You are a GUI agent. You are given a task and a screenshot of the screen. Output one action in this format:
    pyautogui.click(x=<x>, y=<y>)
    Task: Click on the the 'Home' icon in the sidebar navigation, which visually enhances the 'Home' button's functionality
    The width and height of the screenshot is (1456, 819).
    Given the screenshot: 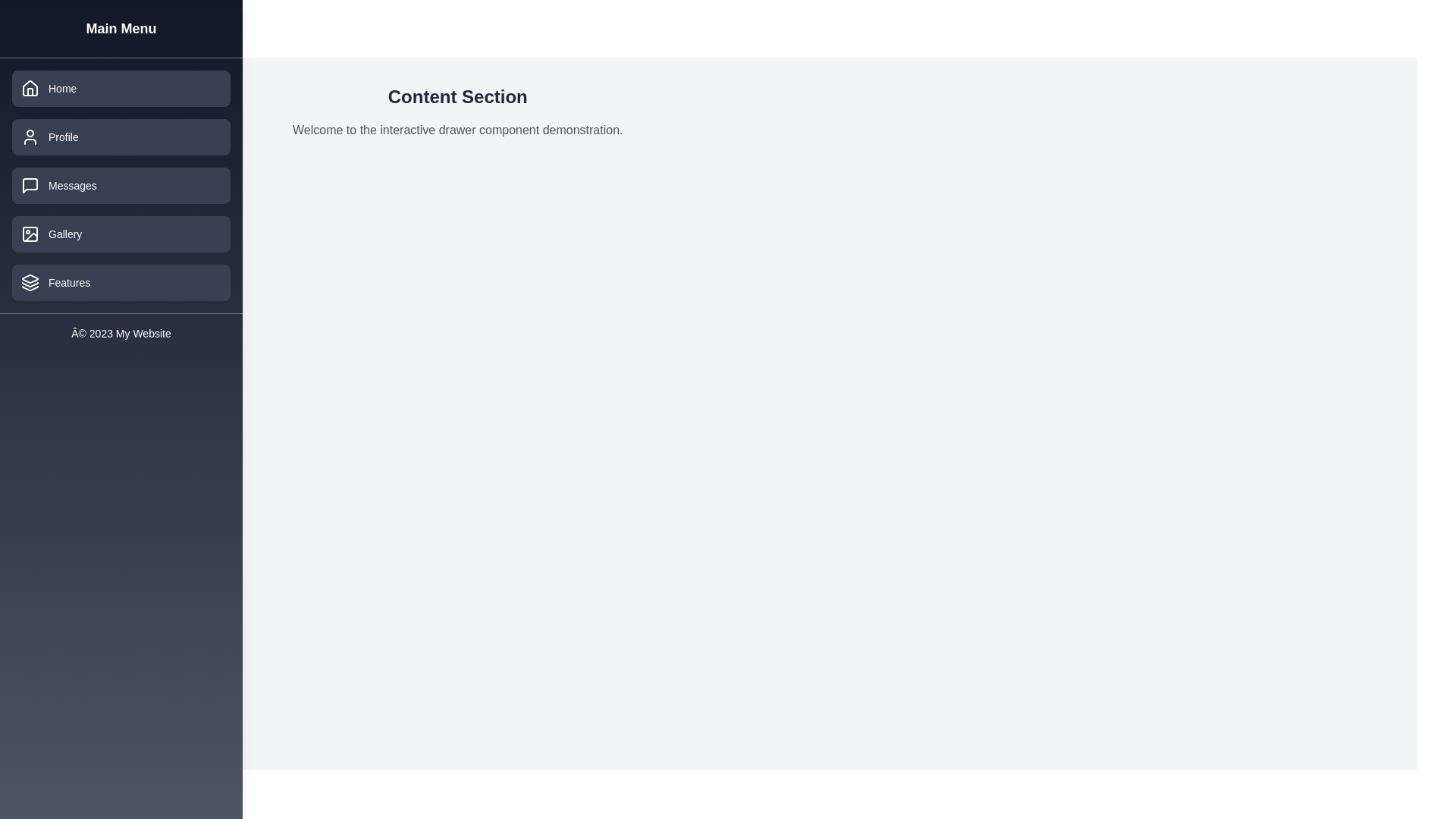 What is the action you would take?
    pyautogui.click(x=30, y=88)
    